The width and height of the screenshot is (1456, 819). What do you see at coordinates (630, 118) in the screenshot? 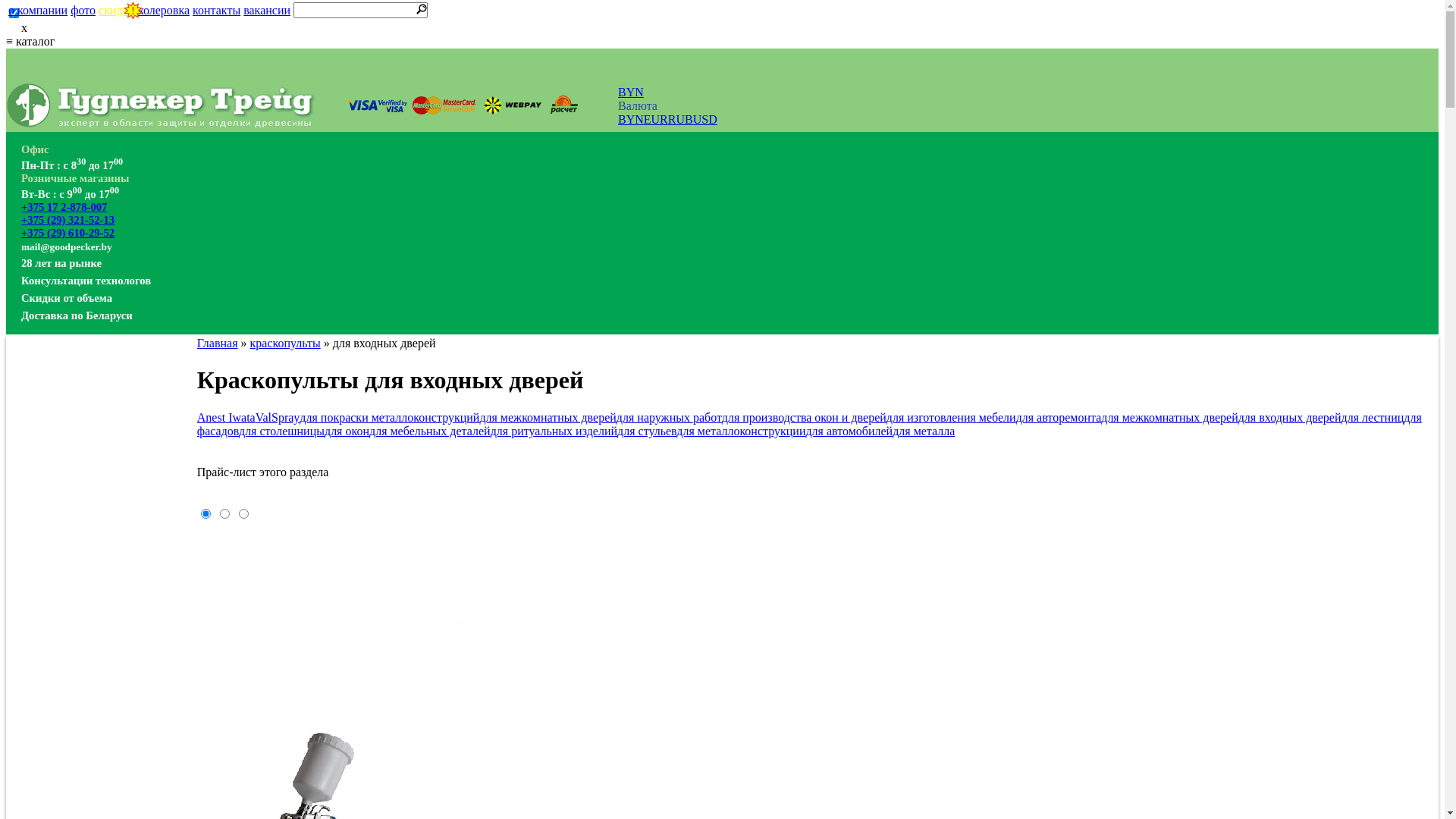
I see `'BYN'` at bounding box center [630, 118].